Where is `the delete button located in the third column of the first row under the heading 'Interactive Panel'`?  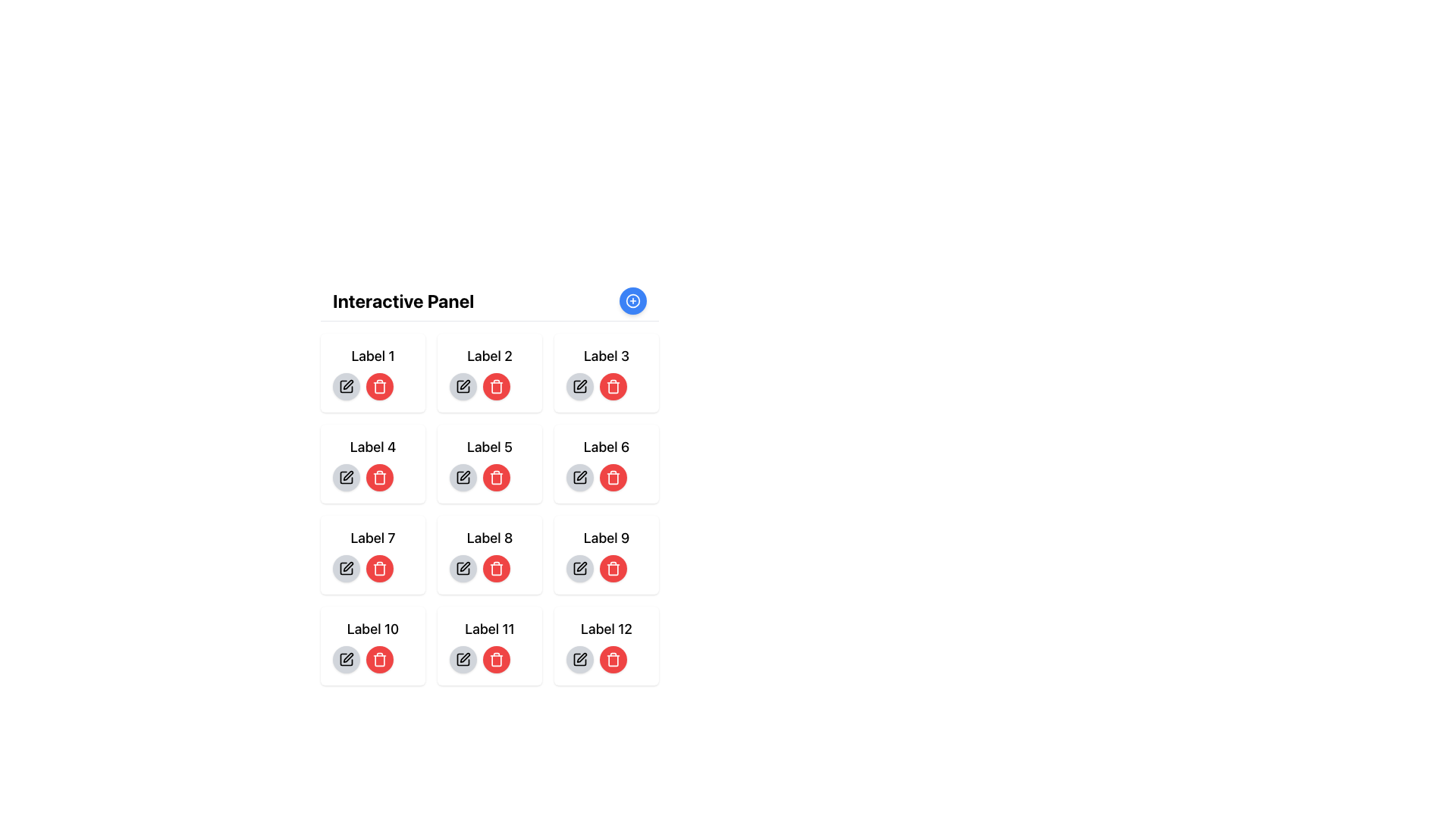 the delete button located in the third column of the first row under the heading 'Interactive Panel' is located at coordinates (607, 373).